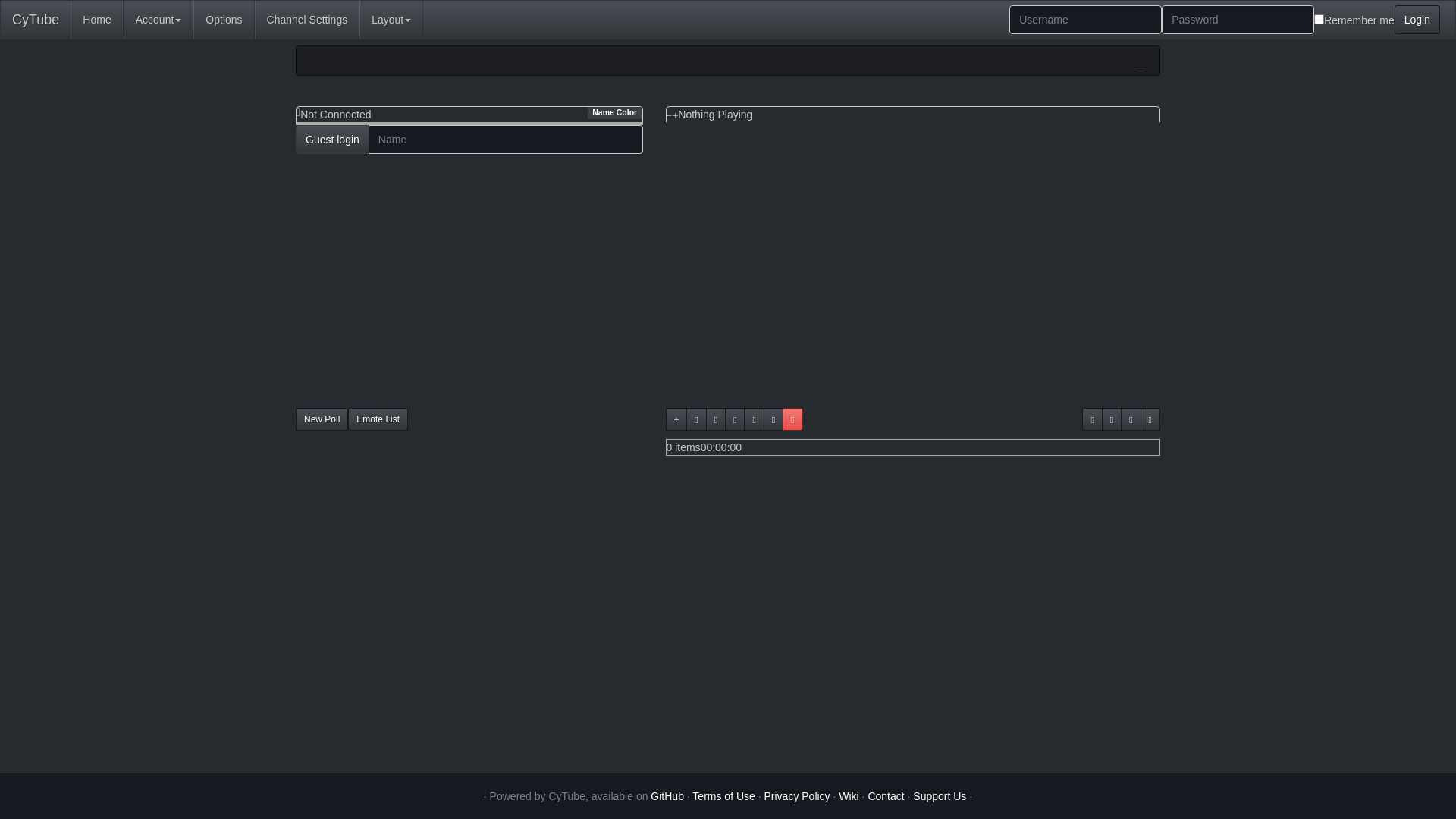 This screenshot has height=819, width=1456. What do you see at coordinates (753, 419) in the screenshot?
I see `'Clear the playlist'` at bounding box center [753, 419].